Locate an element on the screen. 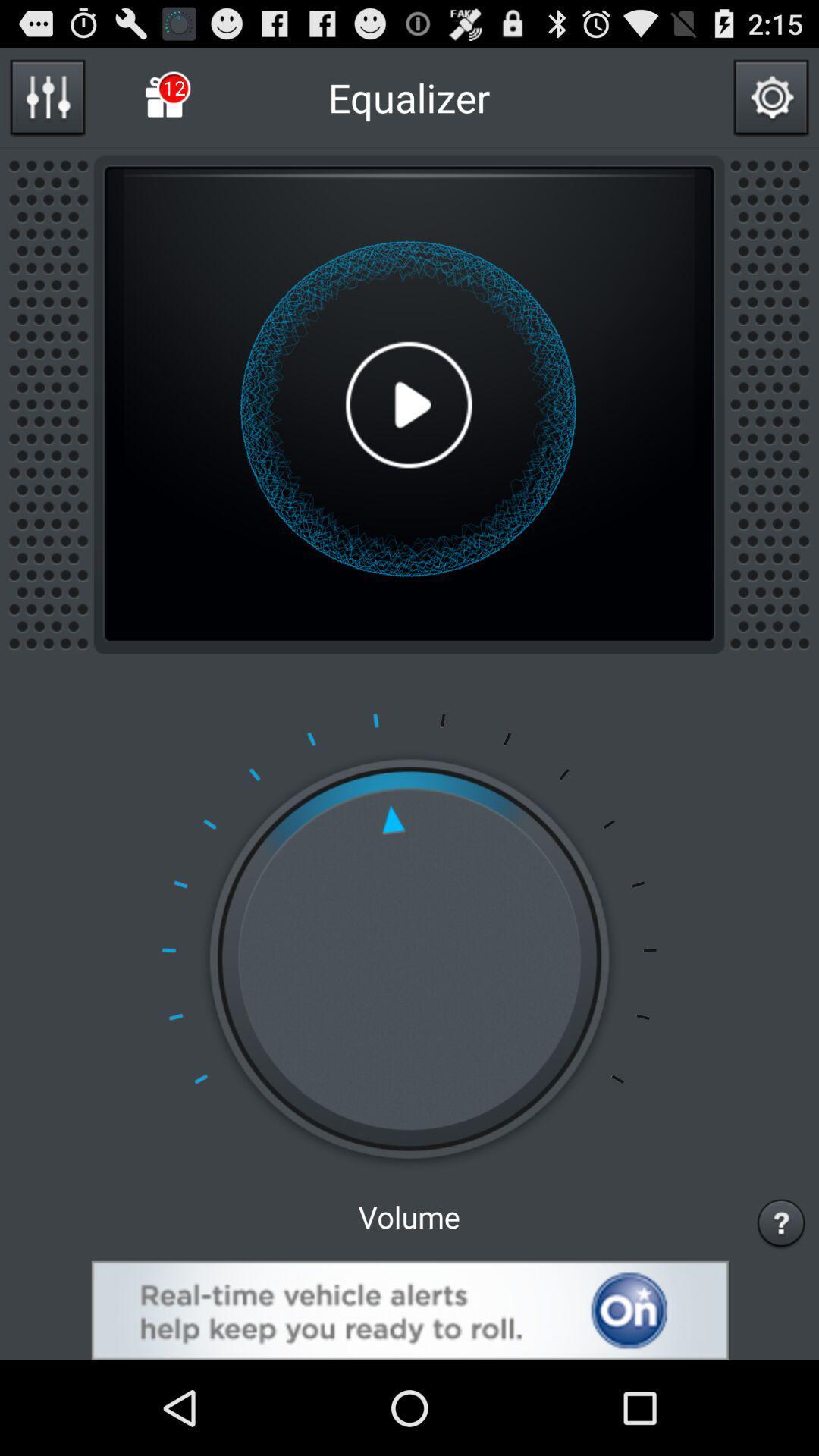  filter is located at coordinates (46, 96).